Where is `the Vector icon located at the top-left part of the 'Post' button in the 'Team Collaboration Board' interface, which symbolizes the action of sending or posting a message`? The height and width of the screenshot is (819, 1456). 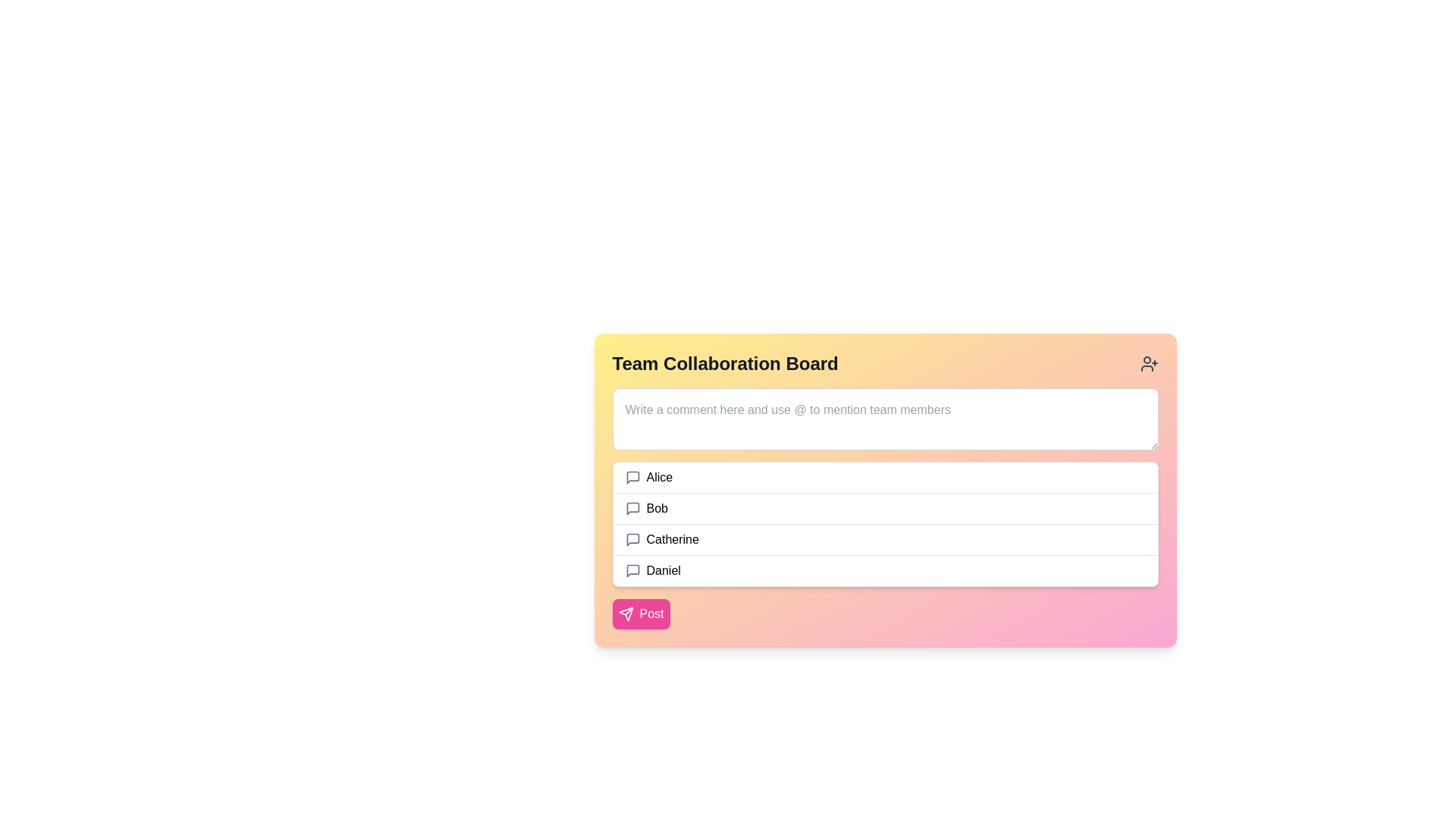
the Vector icon located at the top-left part of the 'Post' button in the 'Team Collaboration Board' interface, which symbolizes the action of sending or posting a message is located at coordinates (626, 614).